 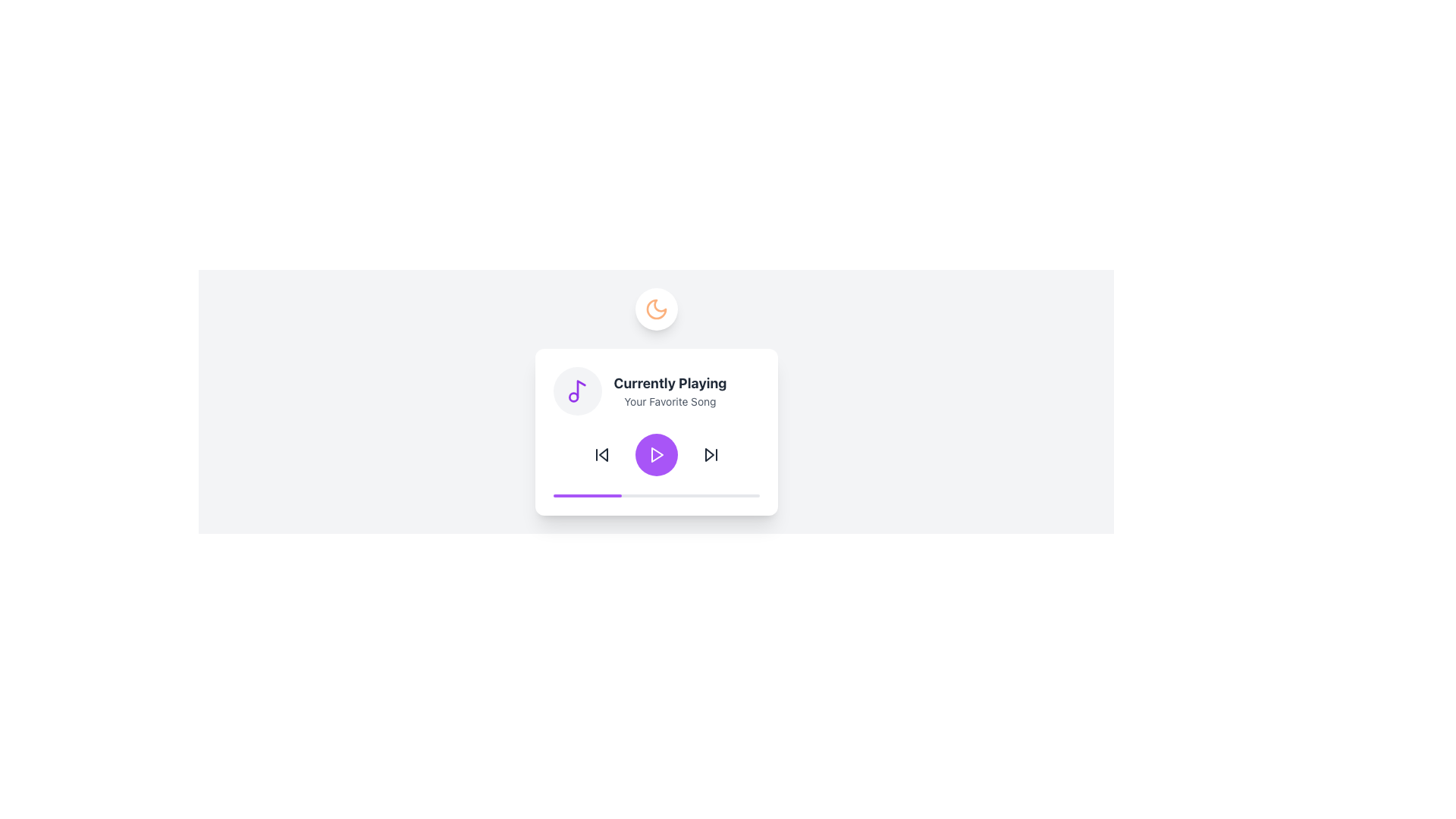 I want to click on the Circle graphic in the music icon SVG element, so click(x=573, y=397).